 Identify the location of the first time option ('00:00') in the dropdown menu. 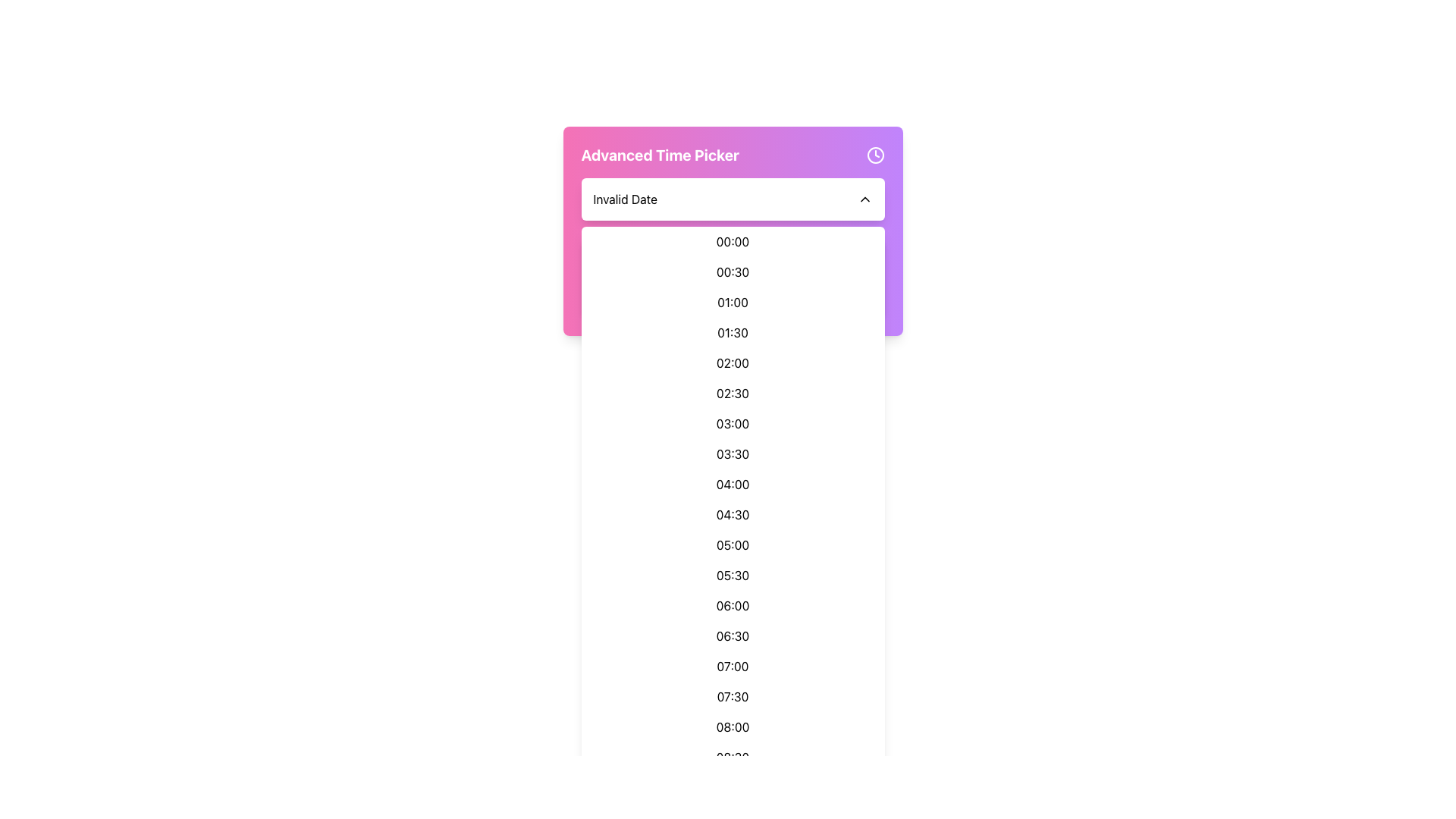
(733, 241).